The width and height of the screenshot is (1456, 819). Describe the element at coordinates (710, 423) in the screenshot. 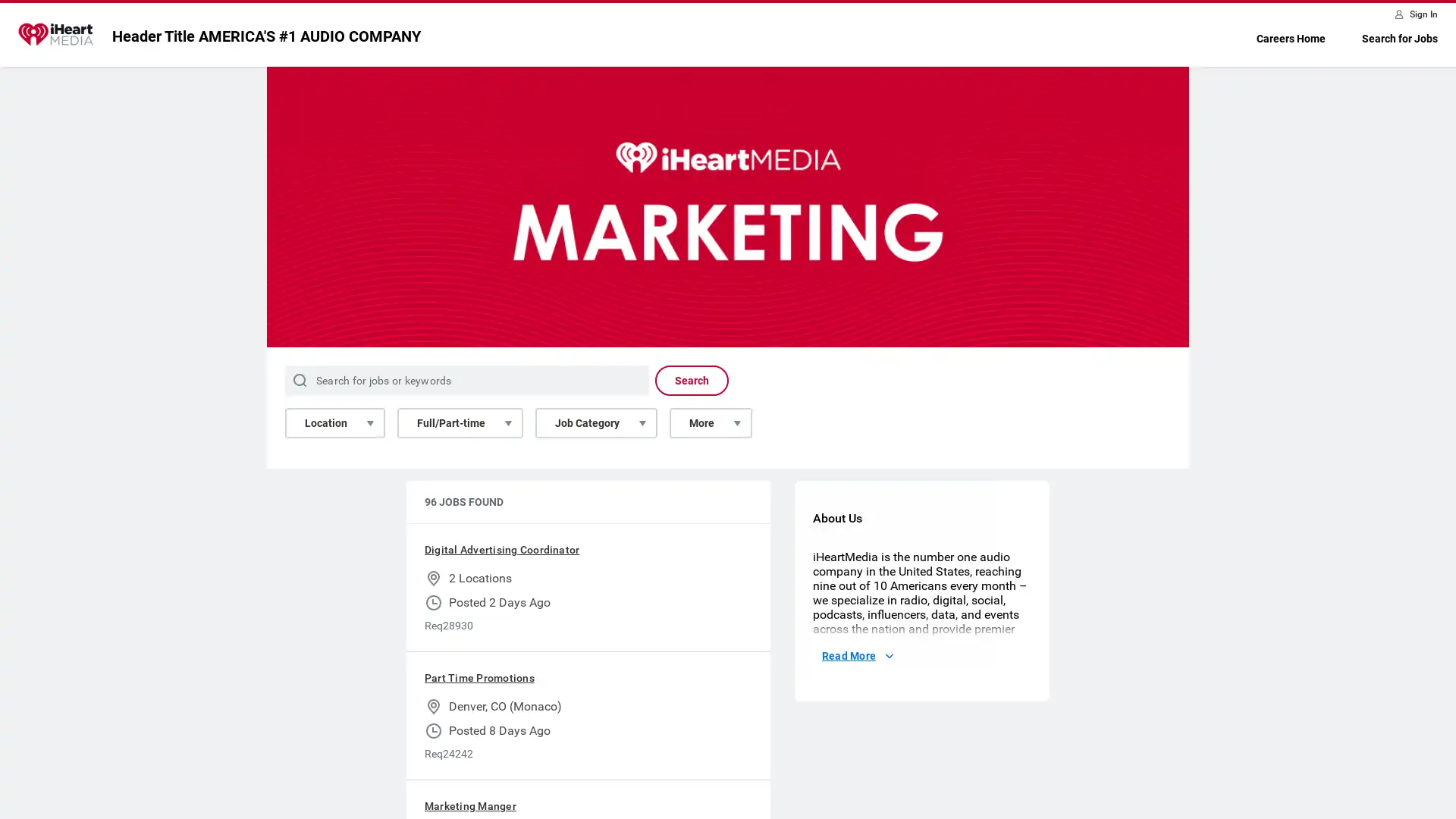

I see `More` at that location.